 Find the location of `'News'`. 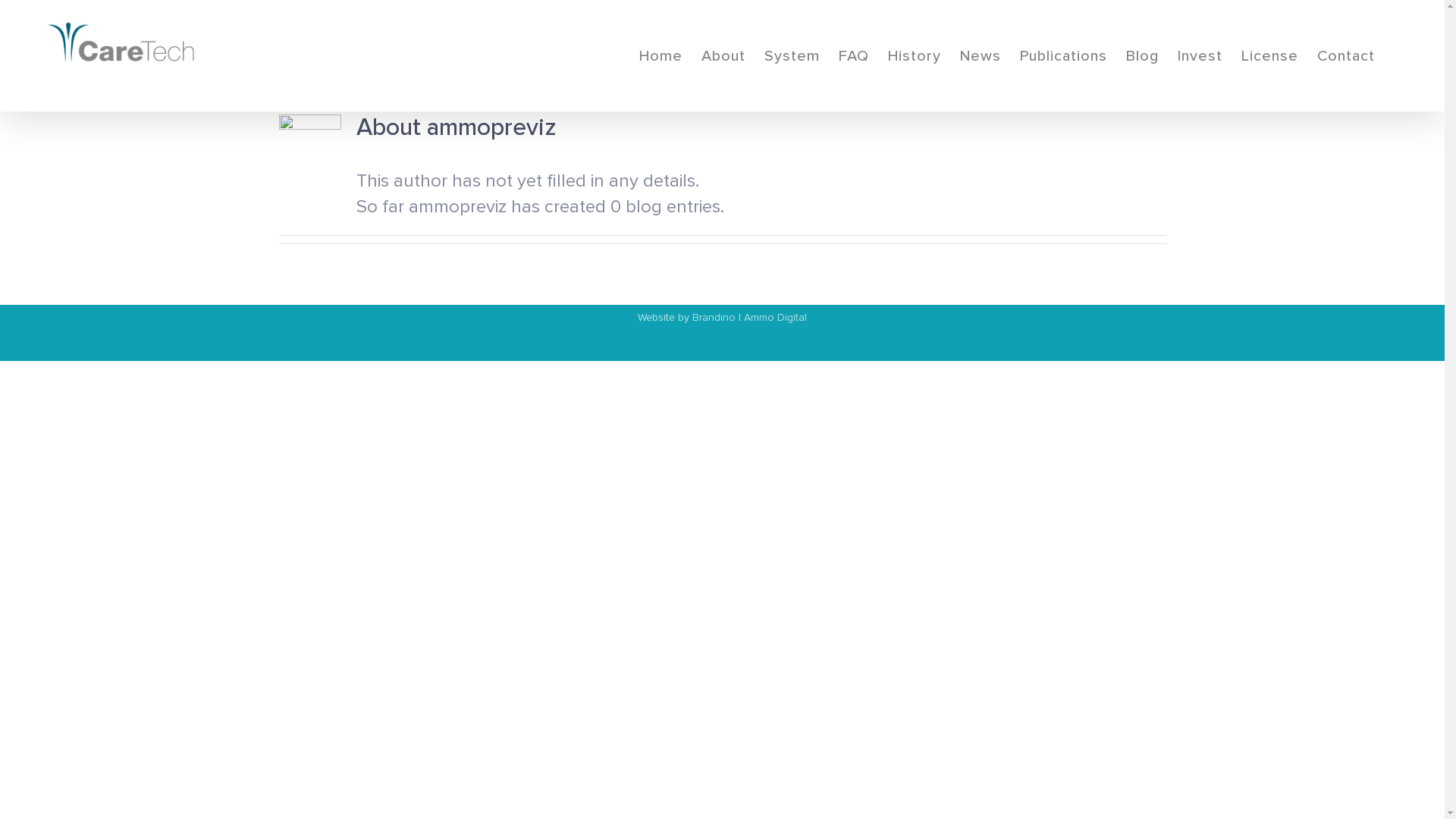

'News' is located at coordinates (980, 55).